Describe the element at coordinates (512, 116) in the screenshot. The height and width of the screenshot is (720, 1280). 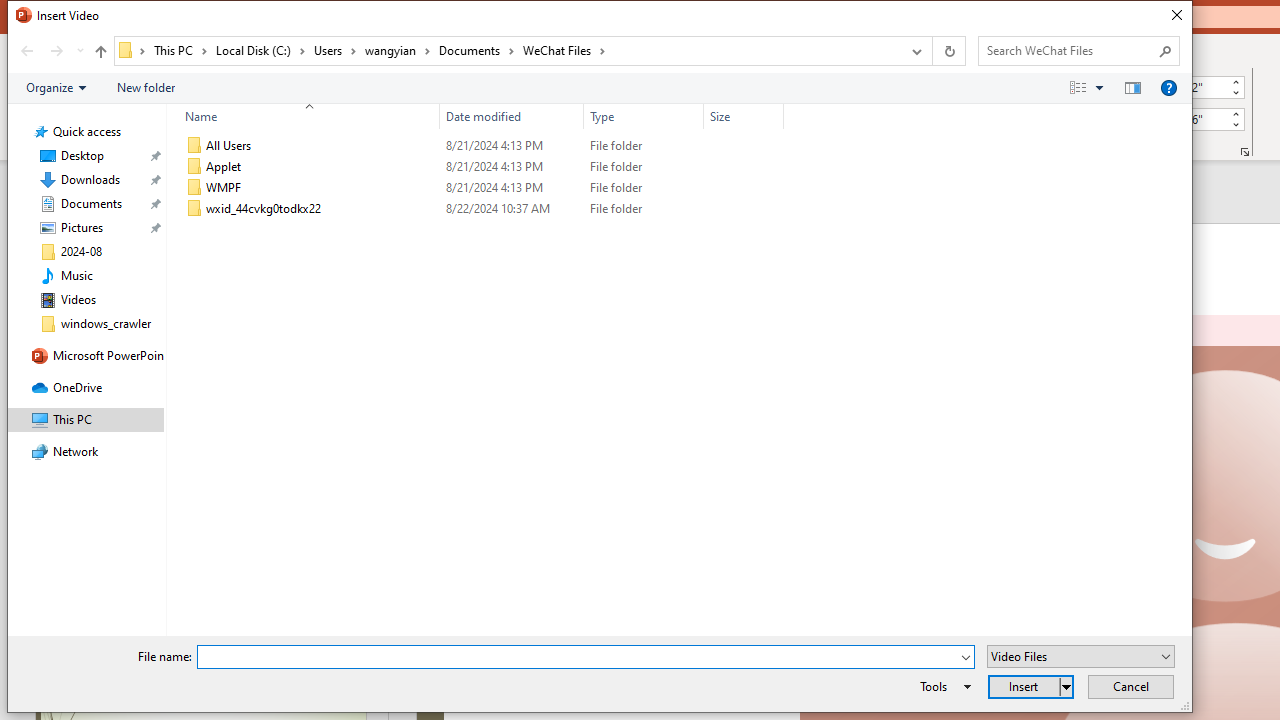
I see `'Date modified'` at that location.